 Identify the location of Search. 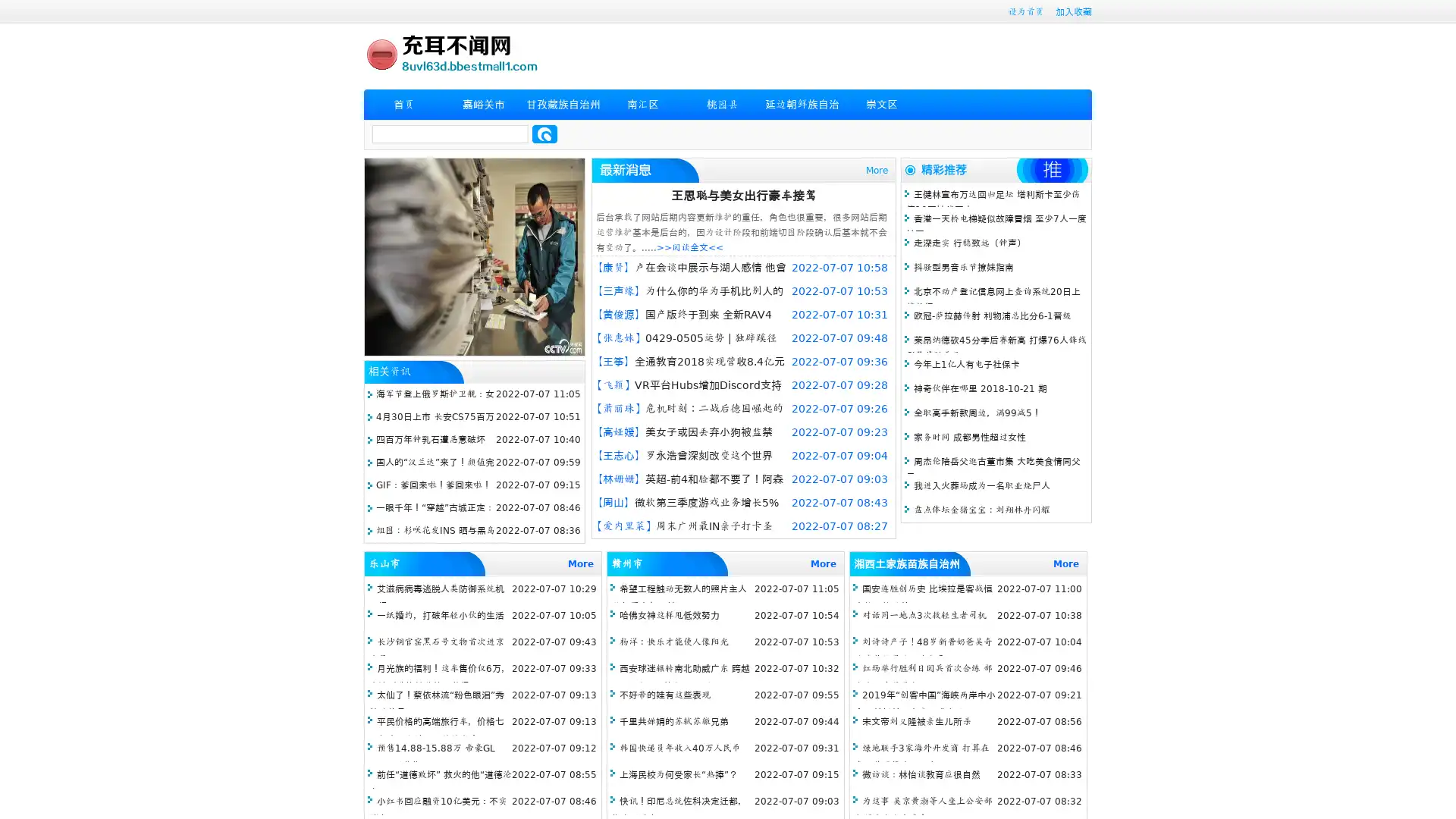
(544, 133).